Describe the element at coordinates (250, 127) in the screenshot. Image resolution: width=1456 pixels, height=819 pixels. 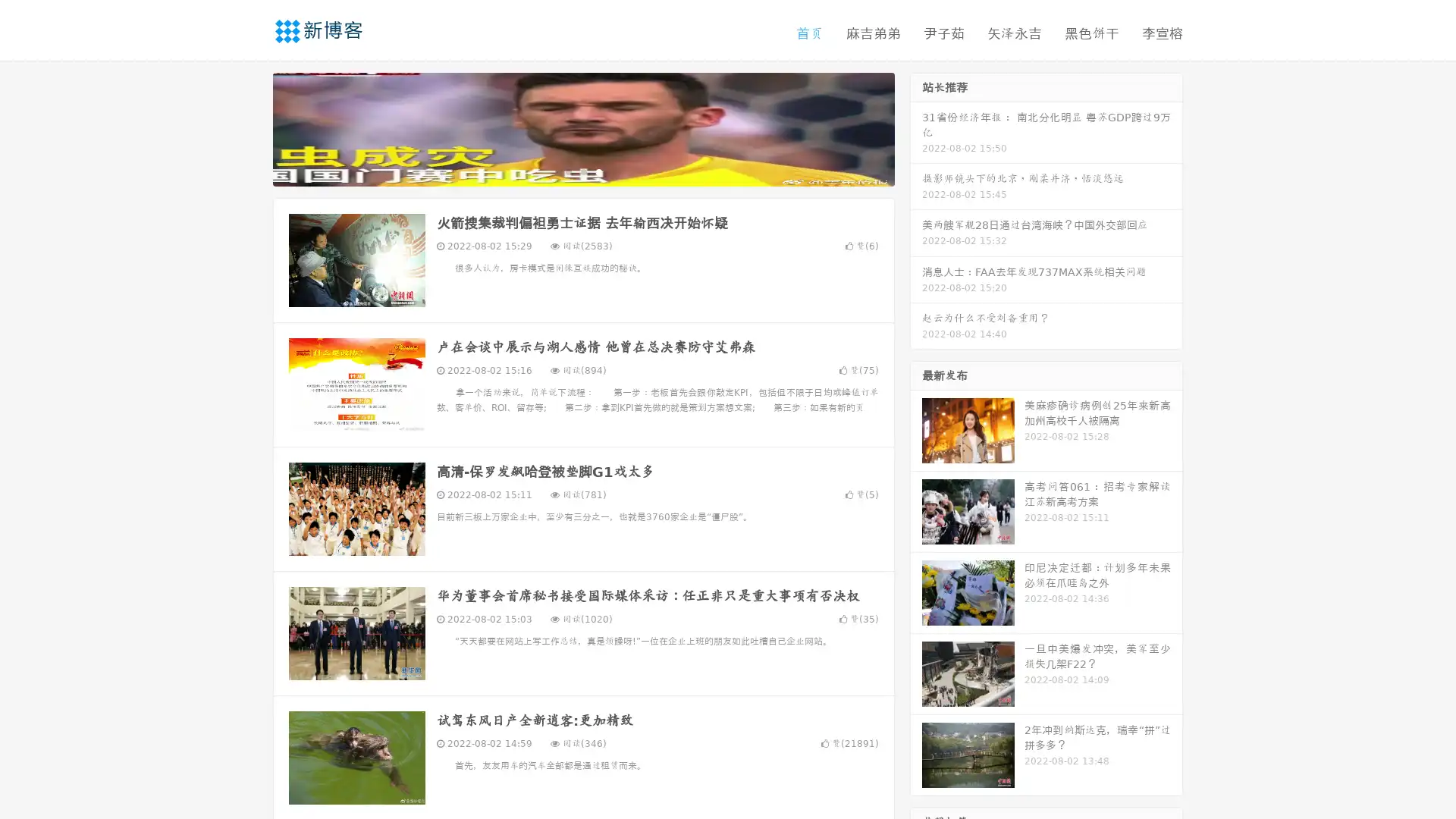
I see `Previous slide` at that location.